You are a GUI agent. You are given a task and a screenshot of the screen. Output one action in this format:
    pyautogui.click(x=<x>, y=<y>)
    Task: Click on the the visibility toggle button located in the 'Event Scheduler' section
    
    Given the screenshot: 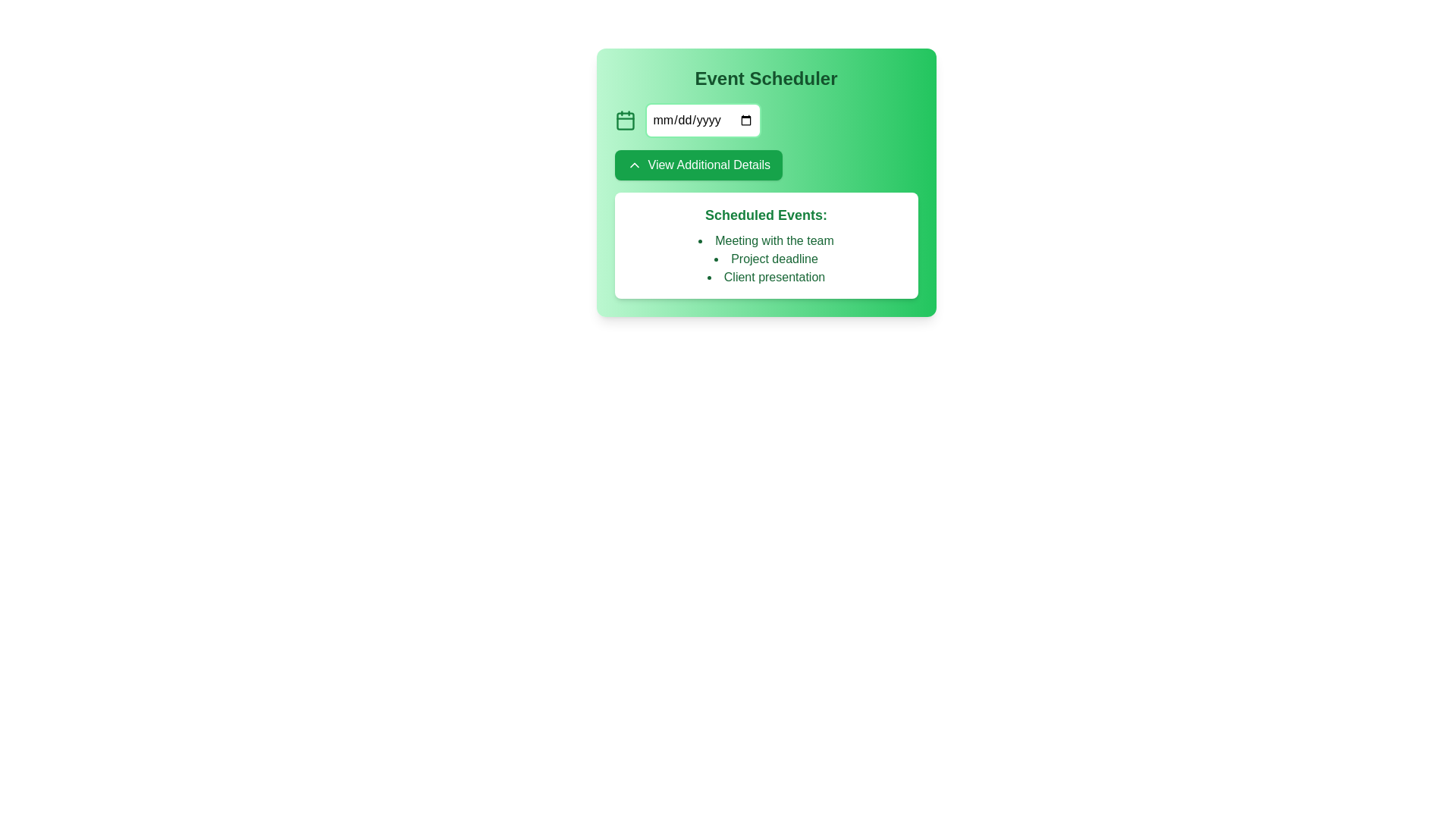 What is the action you would take?
    pyautogui.click(x=698, y=165)
    